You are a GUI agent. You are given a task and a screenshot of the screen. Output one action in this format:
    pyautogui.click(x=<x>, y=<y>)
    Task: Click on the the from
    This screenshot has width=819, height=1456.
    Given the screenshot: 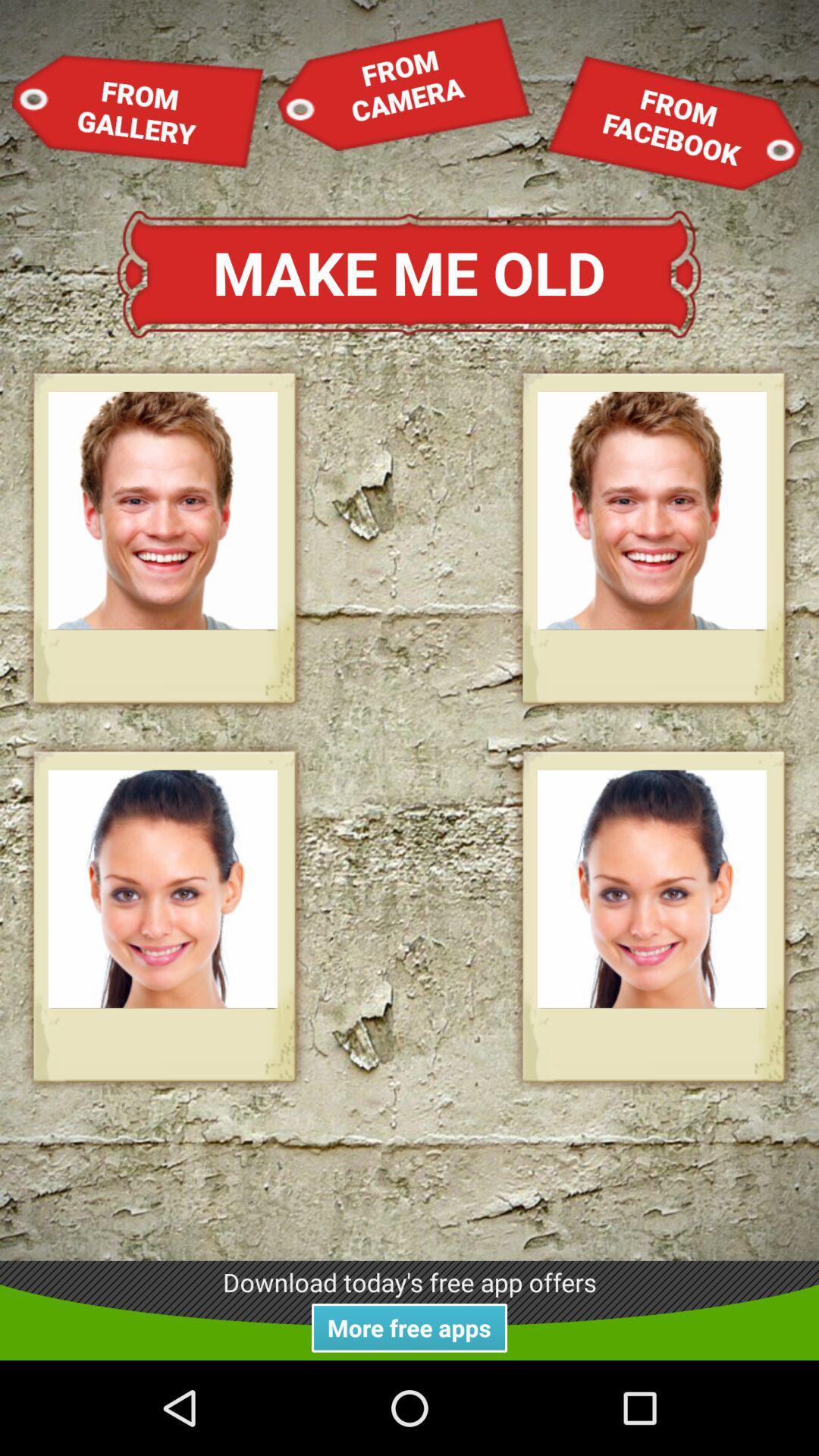 What is the action you would take?
    pyautogui.click(x=138, y=110)
    